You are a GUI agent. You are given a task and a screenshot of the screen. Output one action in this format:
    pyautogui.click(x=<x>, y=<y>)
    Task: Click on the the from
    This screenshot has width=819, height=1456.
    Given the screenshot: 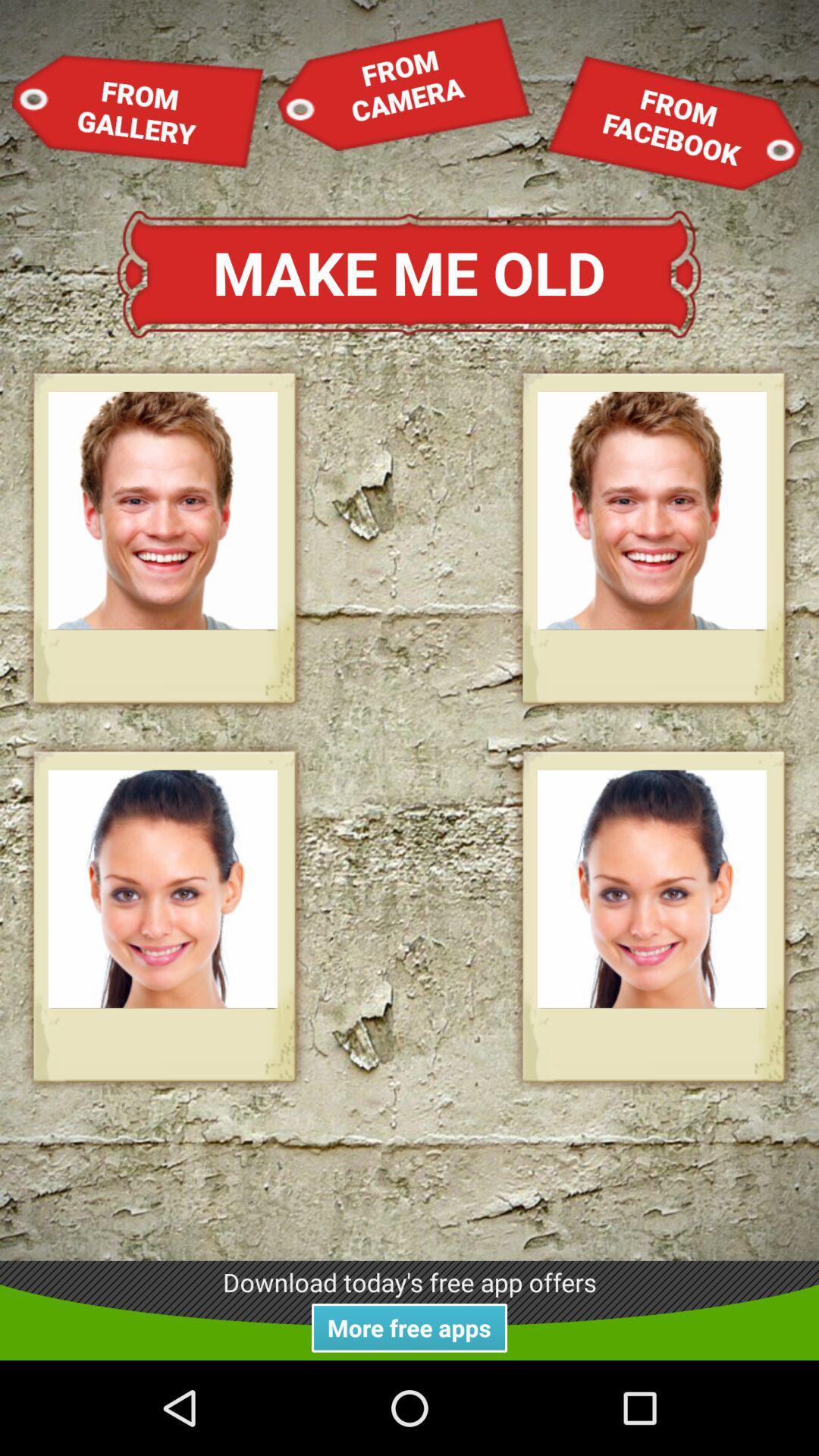 What is the action you would take?
    pyautogui.click(x=138, y=110)
    